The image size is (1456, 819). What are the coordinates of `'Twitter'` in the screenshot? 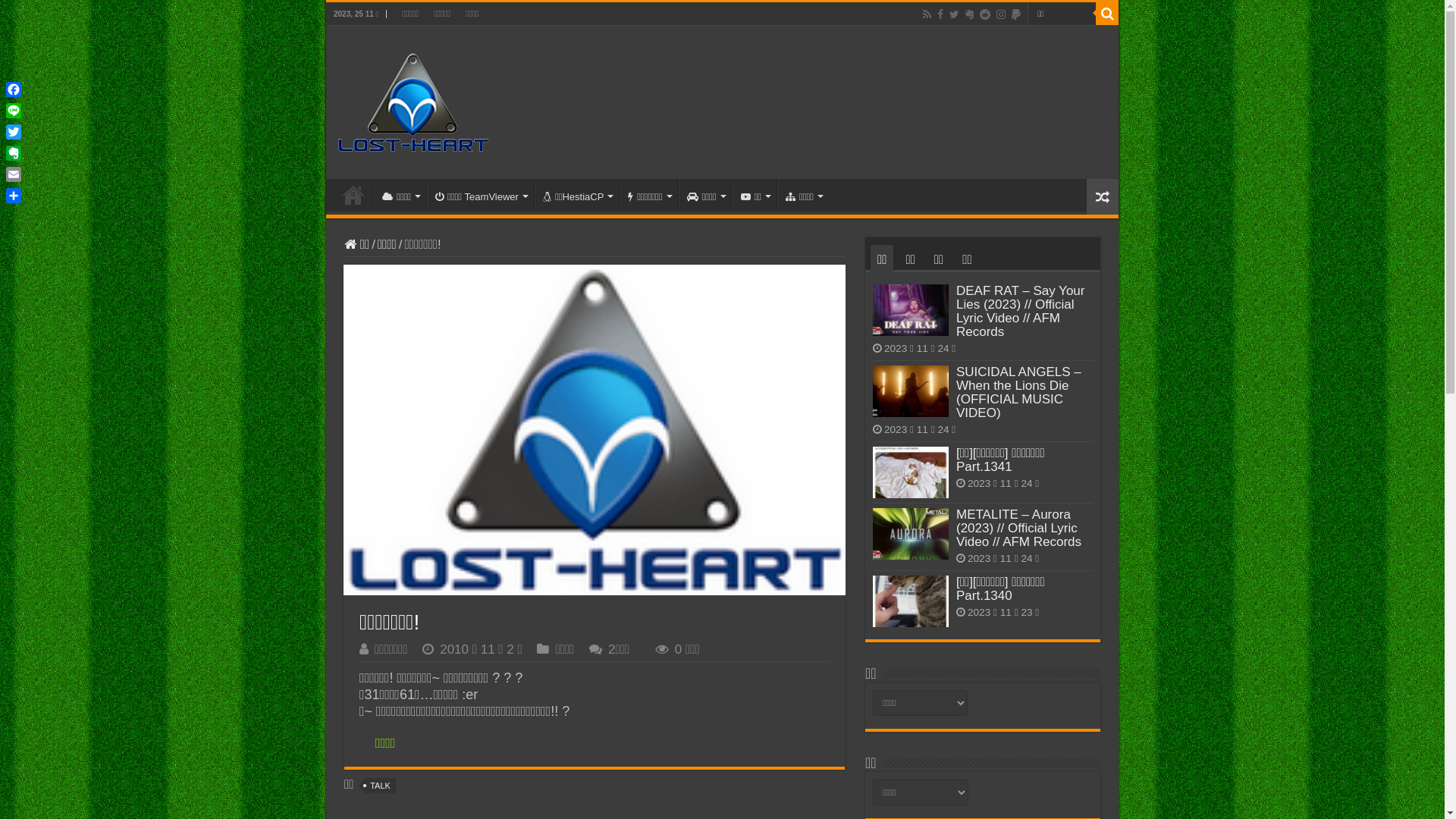 It's located at (14, 130).